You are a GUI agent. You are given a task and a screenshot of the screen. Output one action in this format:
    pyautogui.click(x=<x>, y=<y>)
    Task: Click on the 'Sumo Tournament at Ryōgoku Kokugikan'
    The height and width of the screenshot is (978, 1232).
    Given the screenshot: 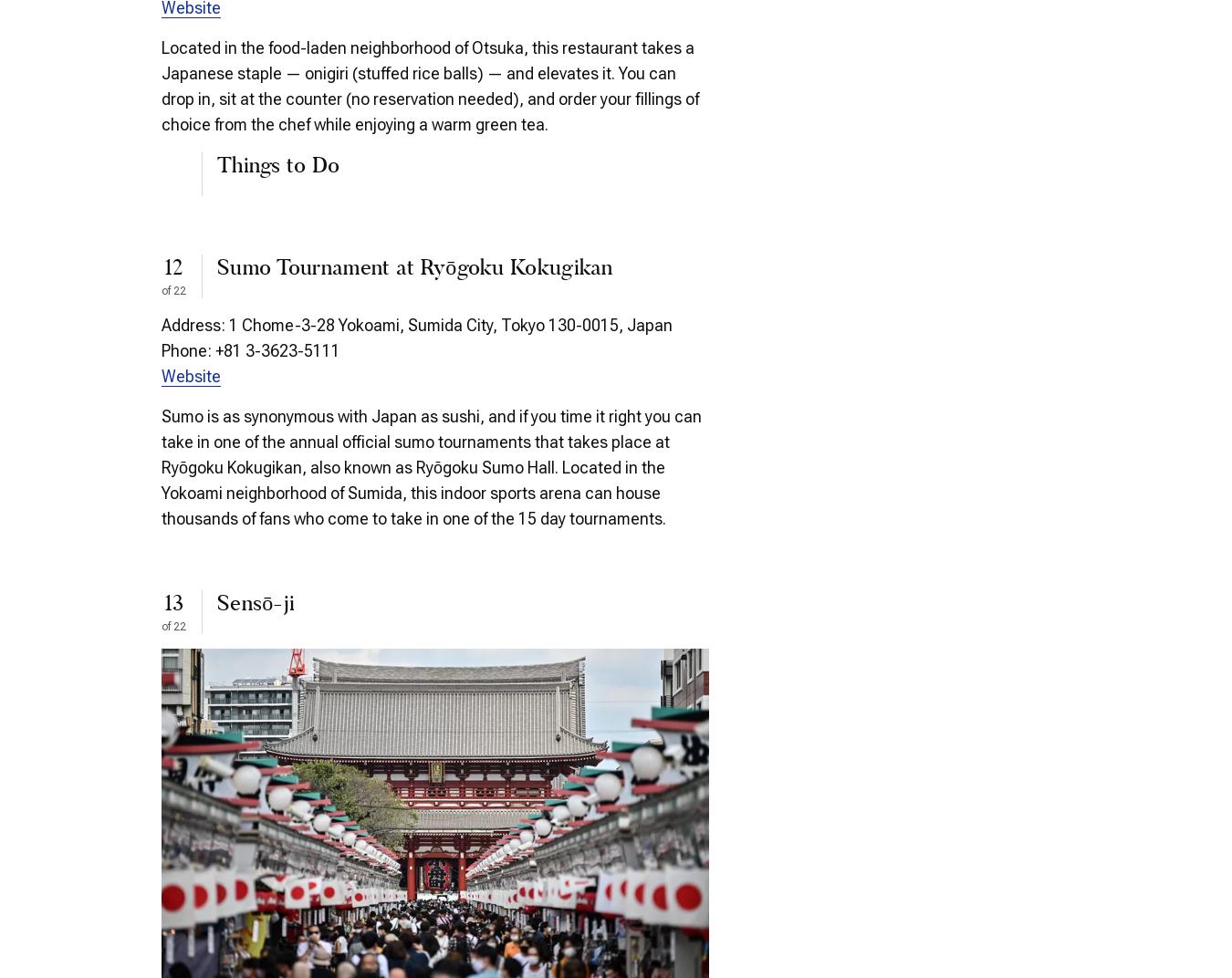 What is the action you would take?
    pyautogui.click(x=216, y=268)
    